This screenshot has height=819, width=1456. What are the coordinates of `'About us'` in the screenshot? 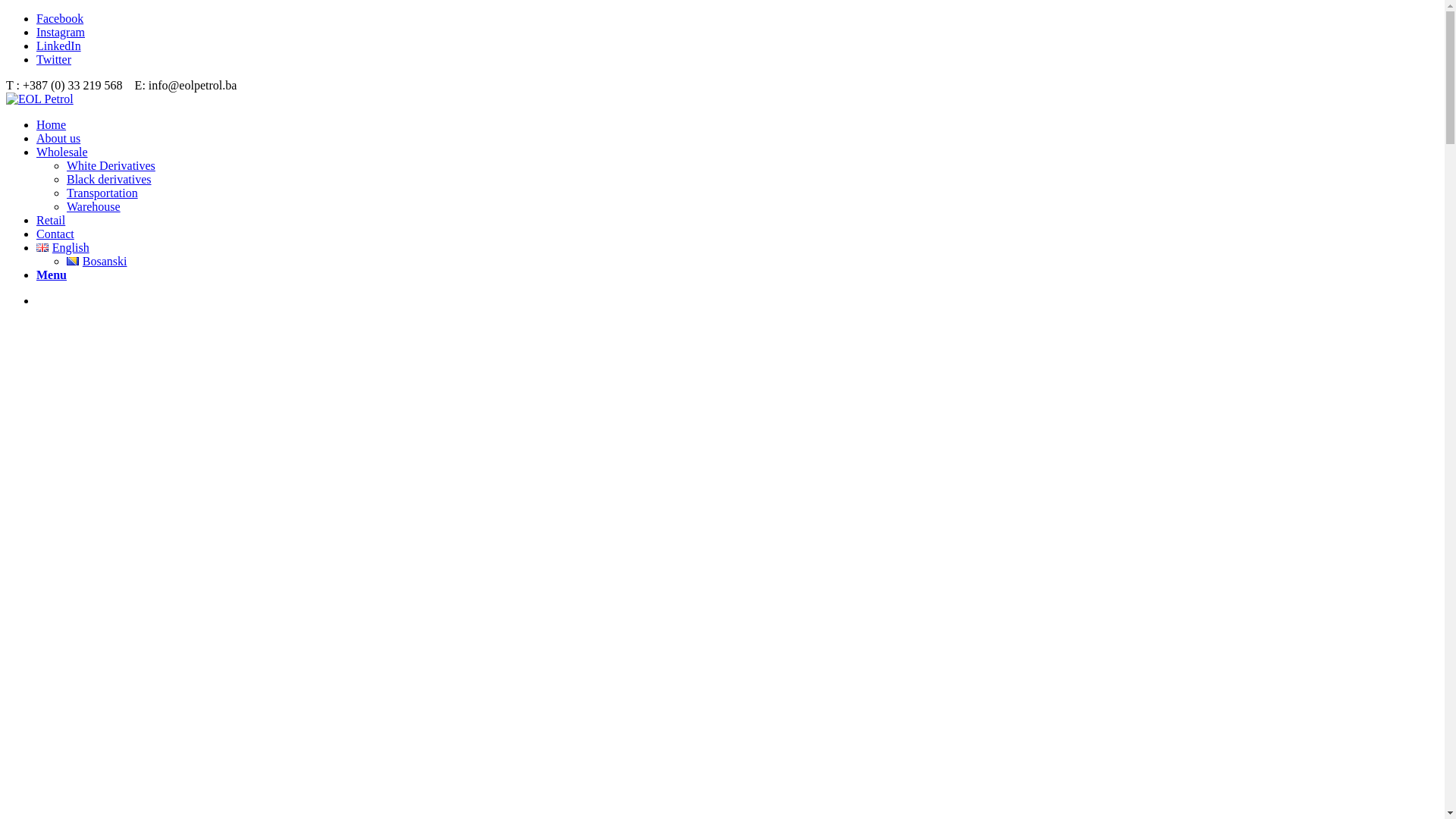 It's located at (58, 138).